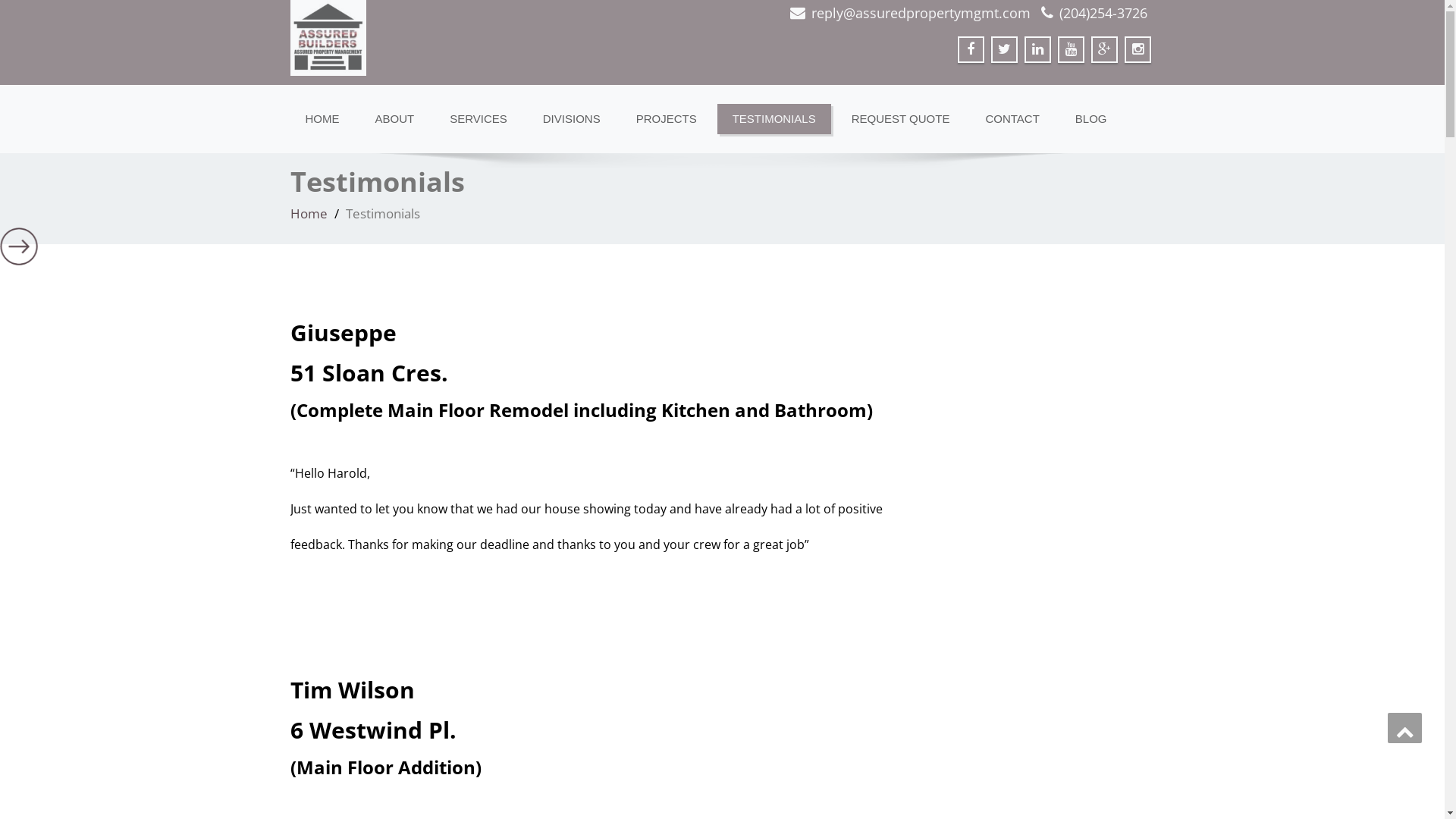  I want to click on 'REQUEST QUOTE', so click(900, 118).